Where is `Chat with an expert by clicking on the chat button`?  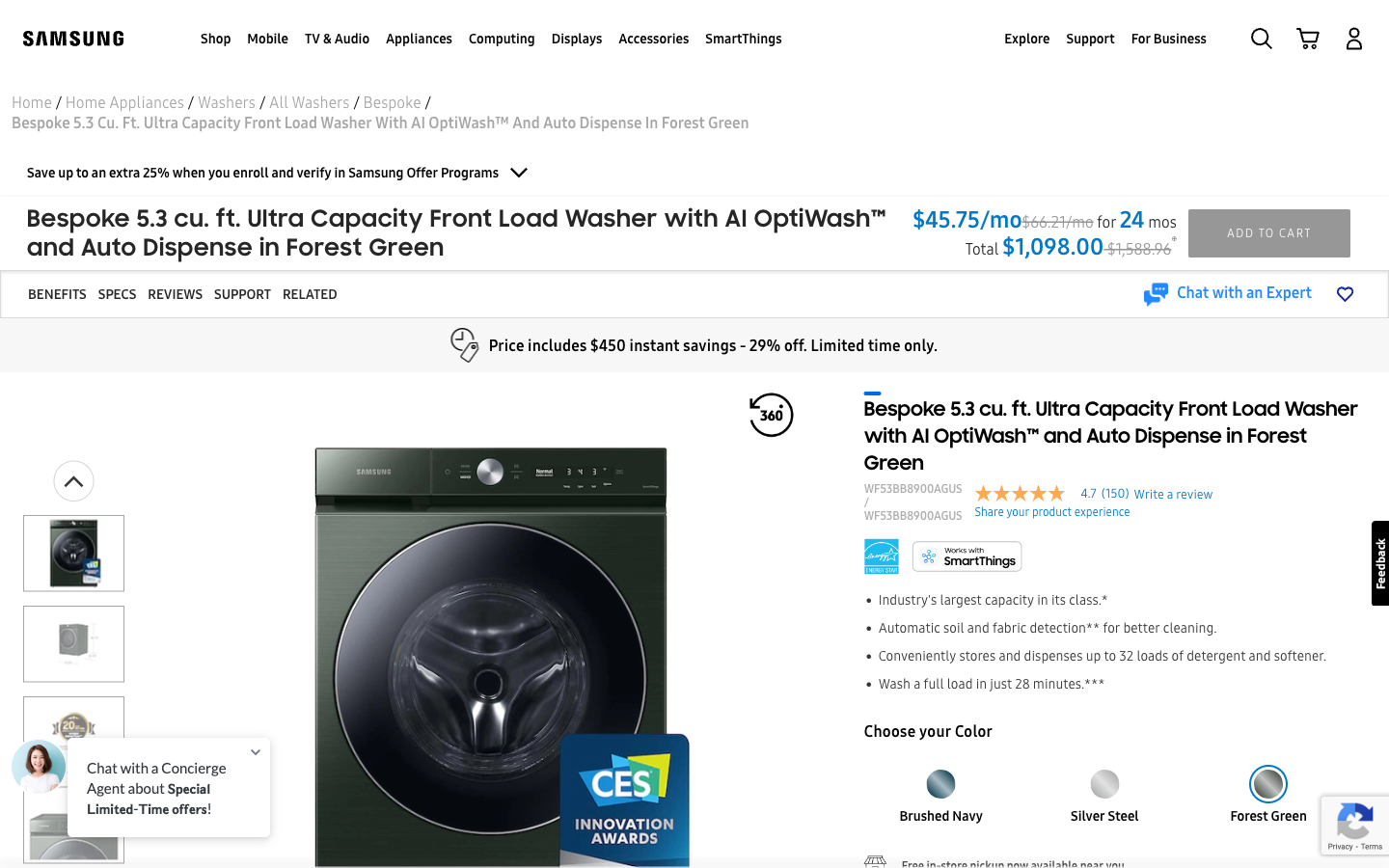 Chat with an expert by clicking on the chat button is located at coordinates (1227, 293).